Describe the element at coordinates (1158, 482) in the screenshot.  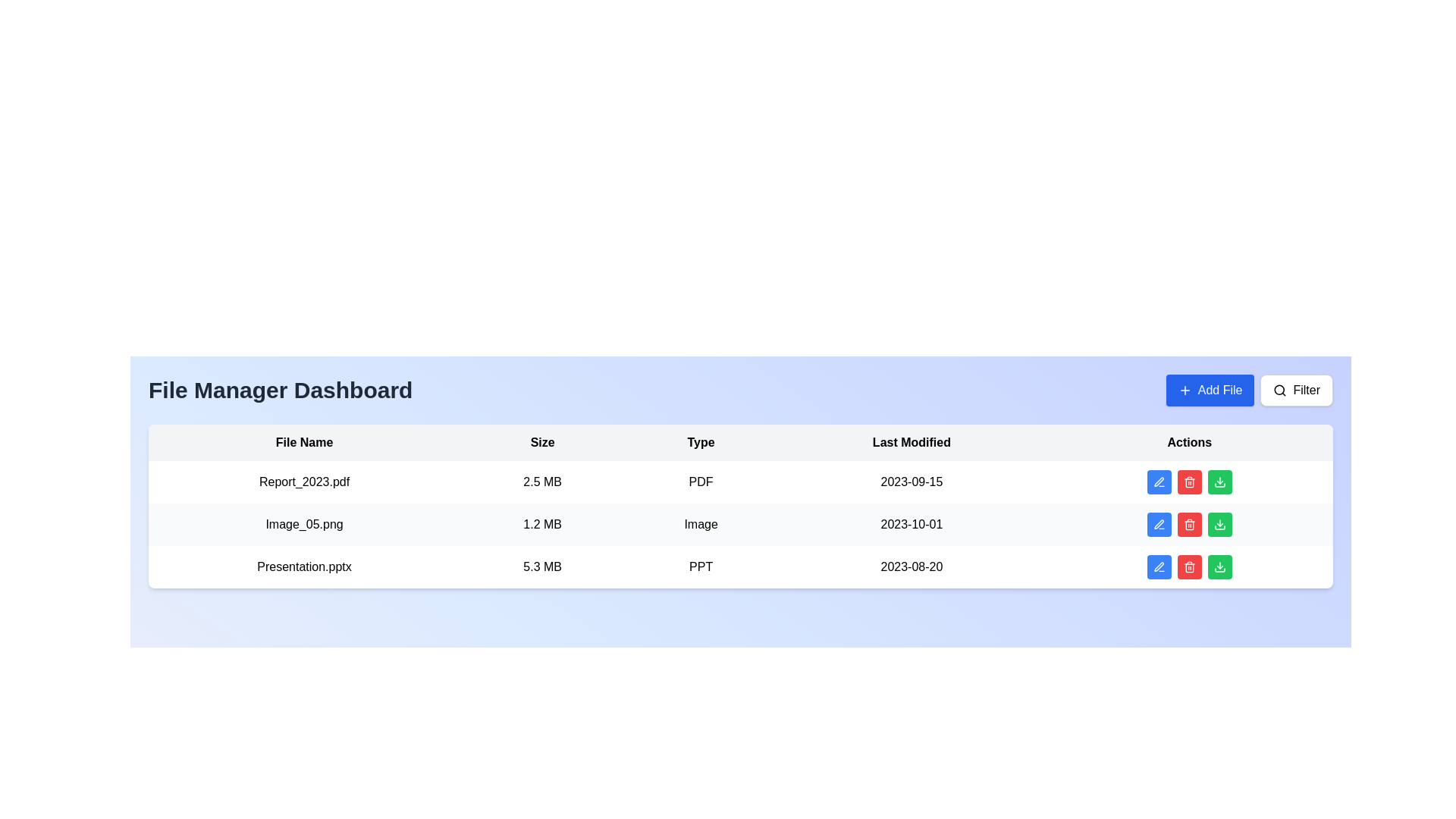
I see `the small blue button with a white pen icon in the 'Actions' column for the file 'Report_2023.pdf'` at that location.